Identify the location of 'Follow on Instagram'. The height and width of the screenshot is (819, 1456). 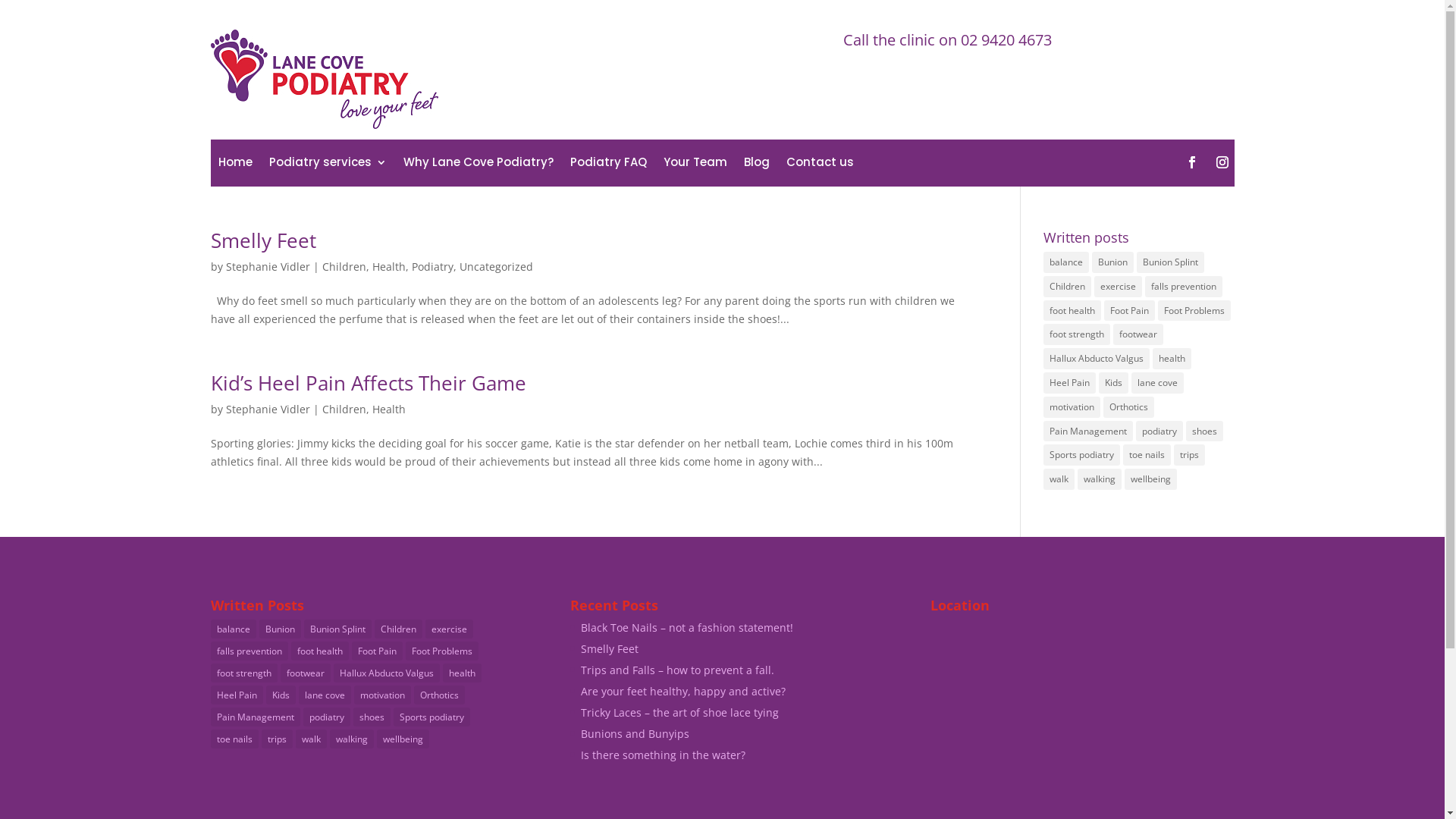
(1222, 162).